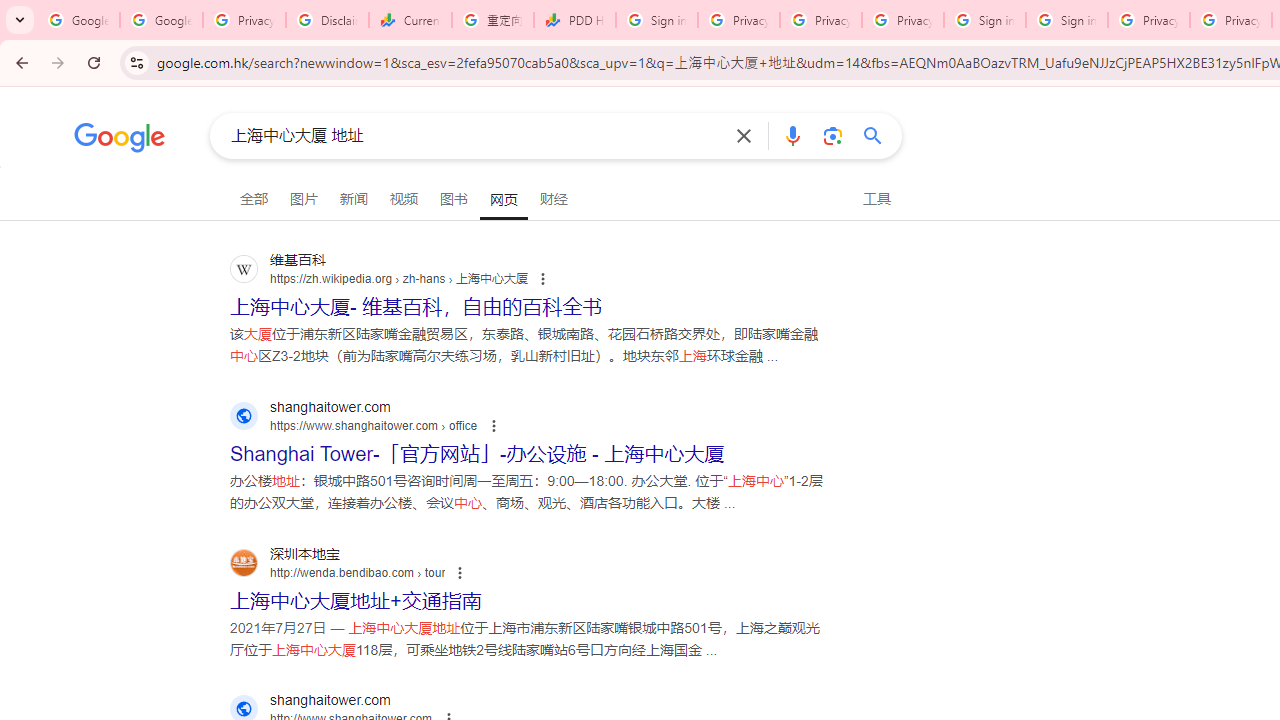  I want to click on 'Sign in - Google Accounts', so click(1066, 20).